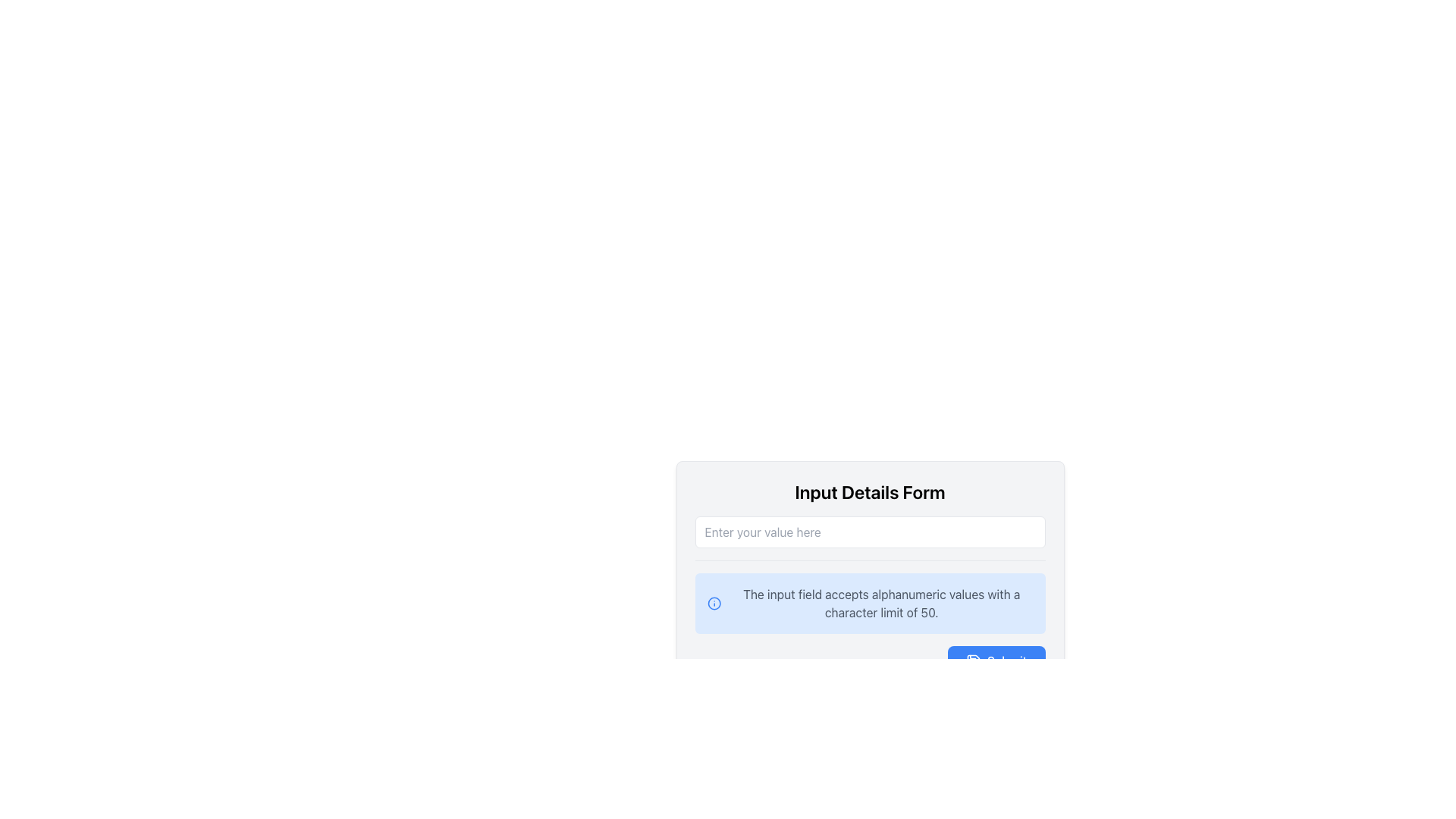 Image resolution: width=1456 pixels, height=819 pixels. I want to click on informational panel that describes the input field's character limit and accepted values, which is styled with a light blue background and contains an info icon, so click(870, 602).